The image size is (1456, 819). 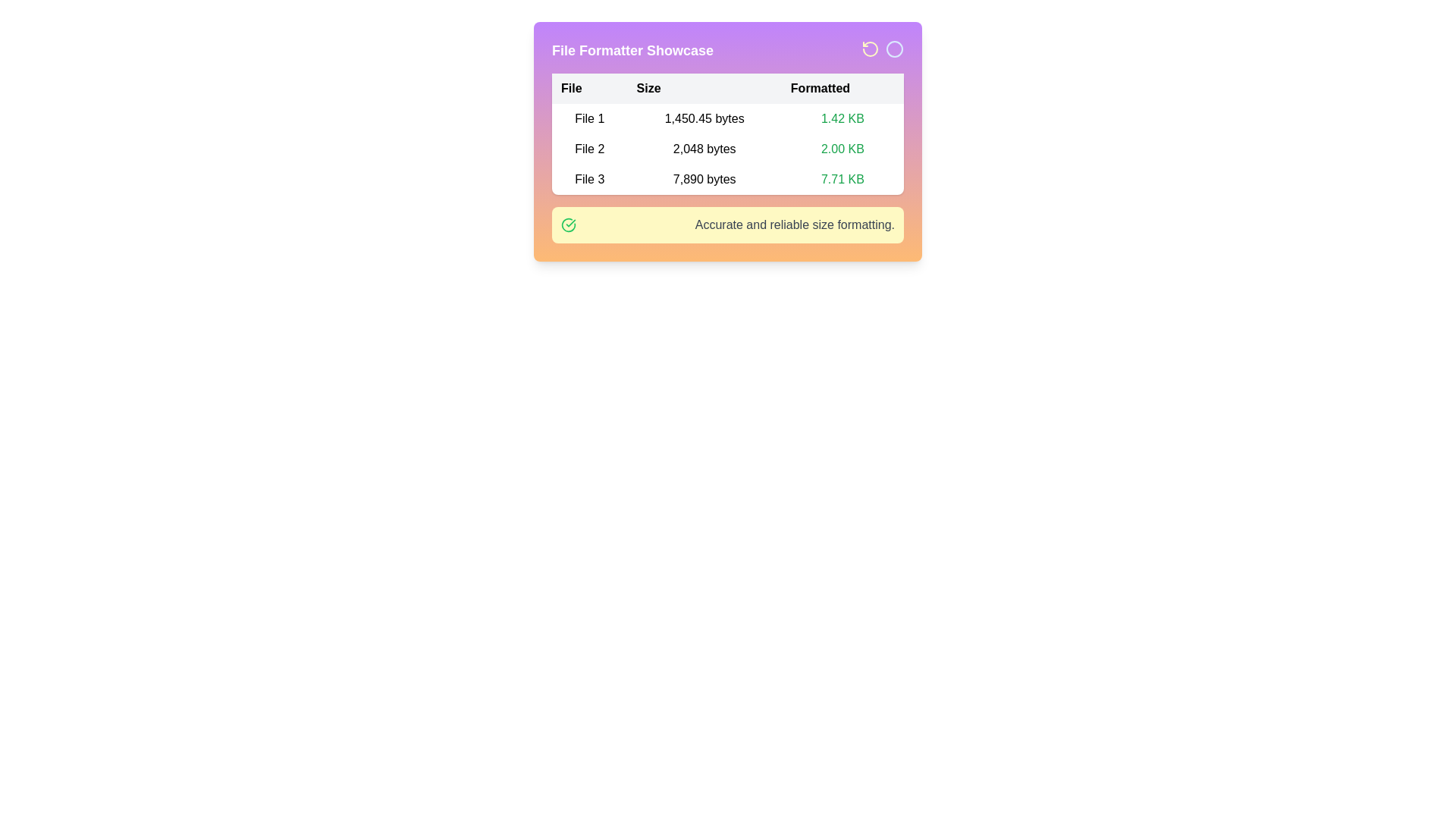 What do you see at coordinates (882, 49) in the screenshot?
I see `the left icon of the interactive icon buttons group located in the top-right corner of the 'File Formatter Showcase' header` at bounding box center [882, 49].